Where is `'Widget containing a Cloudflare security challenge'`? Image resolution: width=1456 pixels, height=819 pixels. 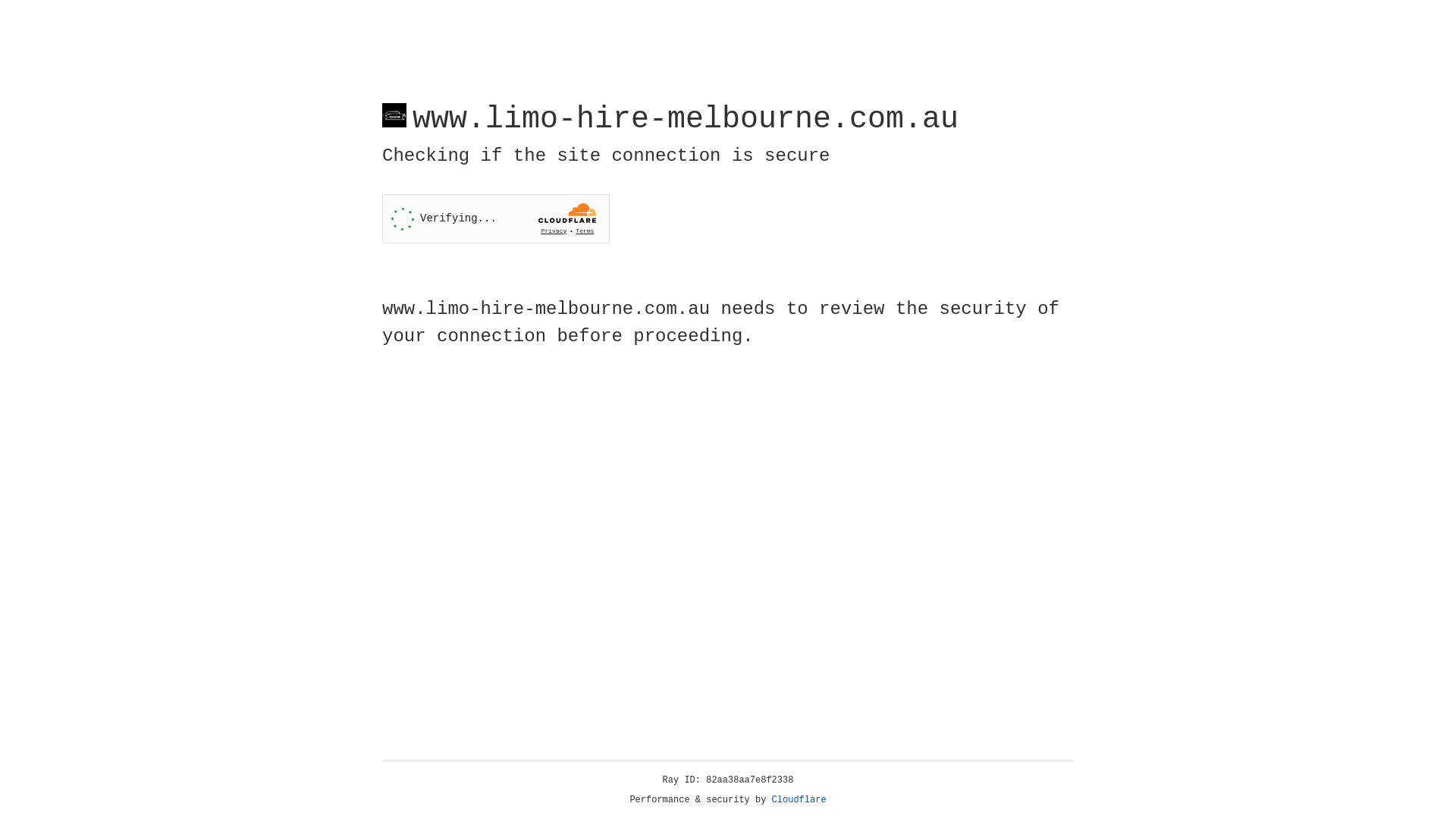
'Widget containing a Cloudflare security challenge' is located at coordinates (495, 218).